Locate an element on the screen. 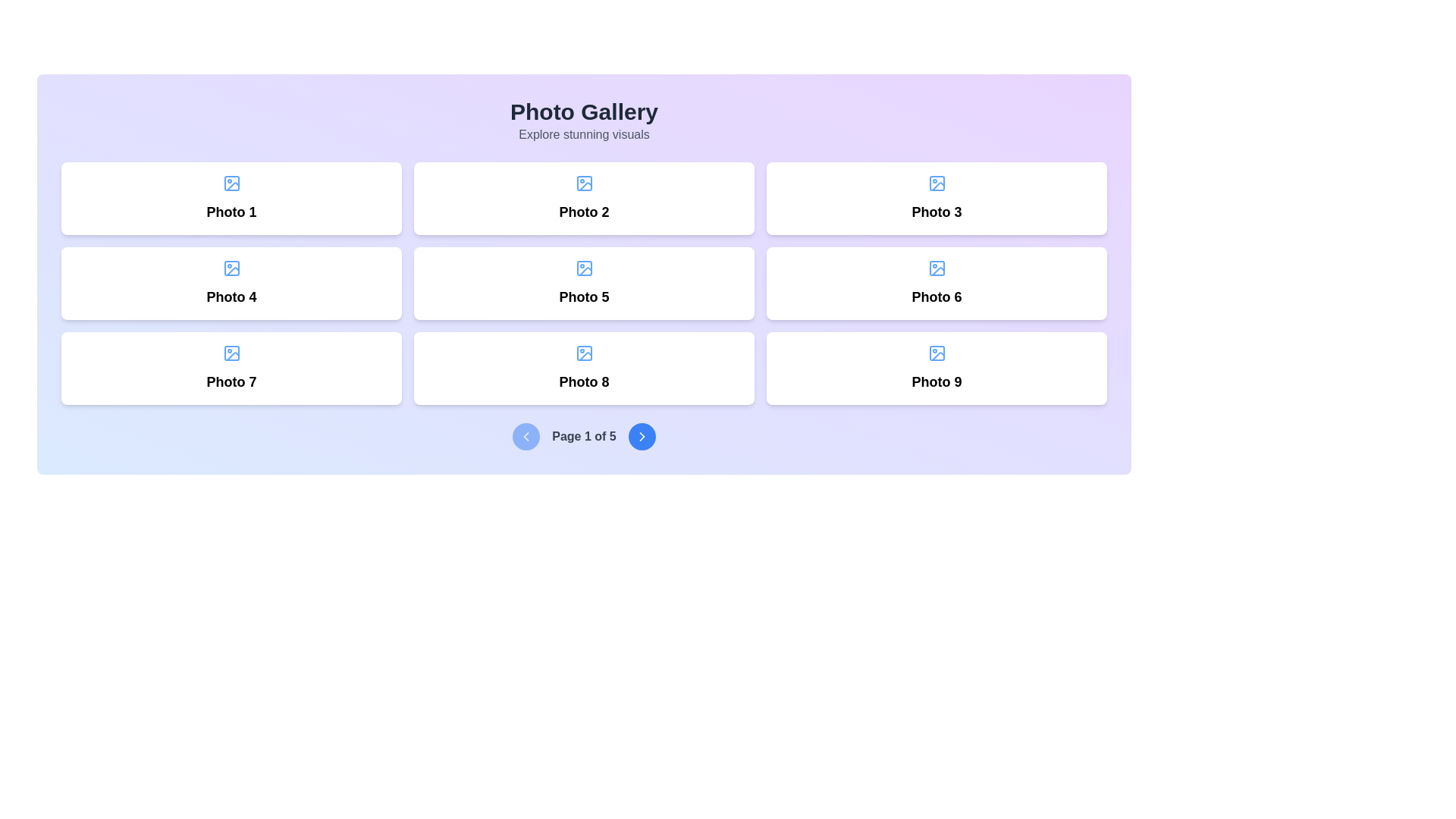 The image size is (1456, 819). the text label indicating the current page number (1) and total pages (5) in the pagination controls, located centrally between the Previous and Next buttons is located at coordinates (583, 436).